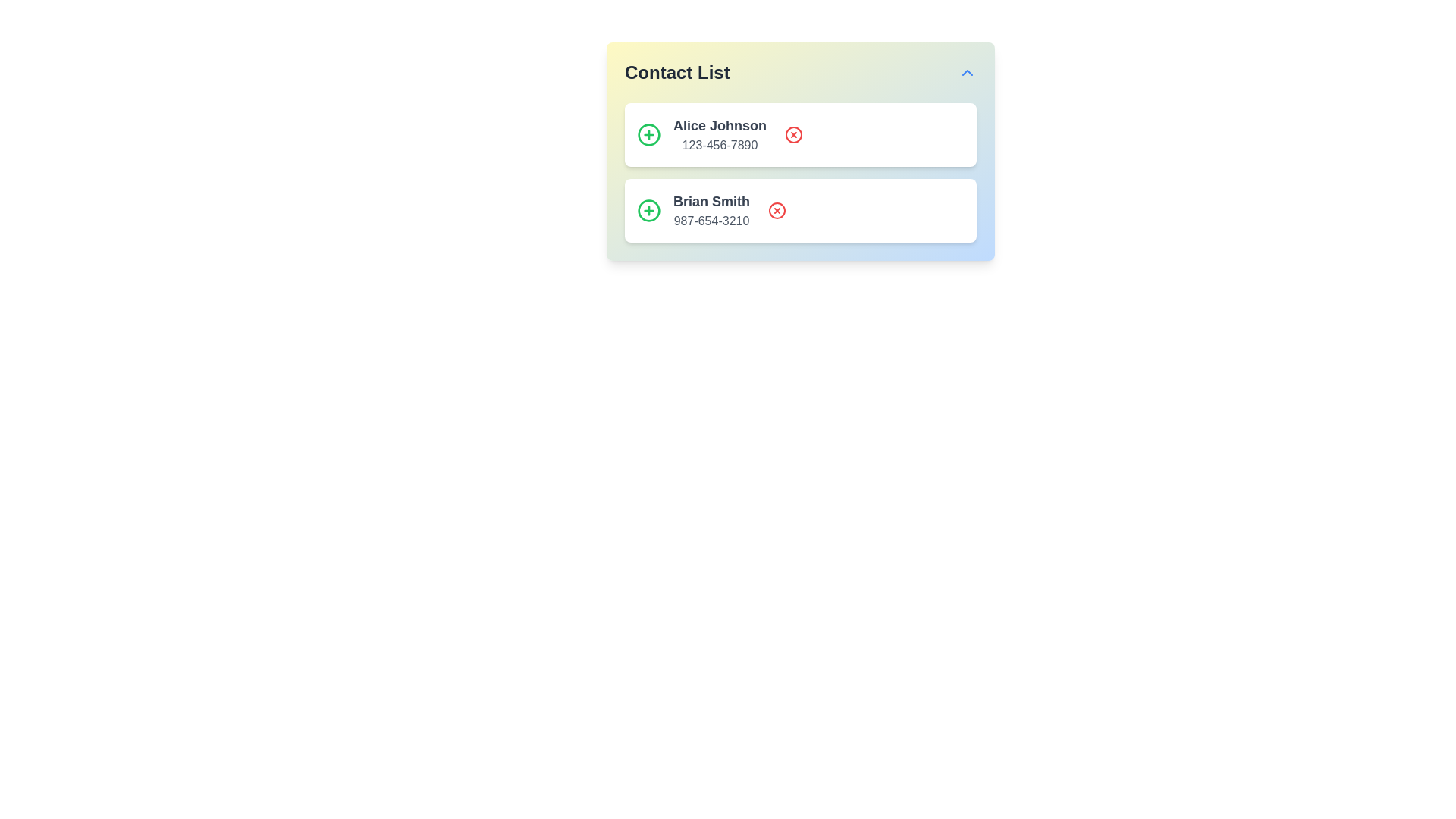 The width and height of the screenshot is (1456, 819). I want to click on the Icon button located to the left of the text 'Brian Smith', so click(648, 133).